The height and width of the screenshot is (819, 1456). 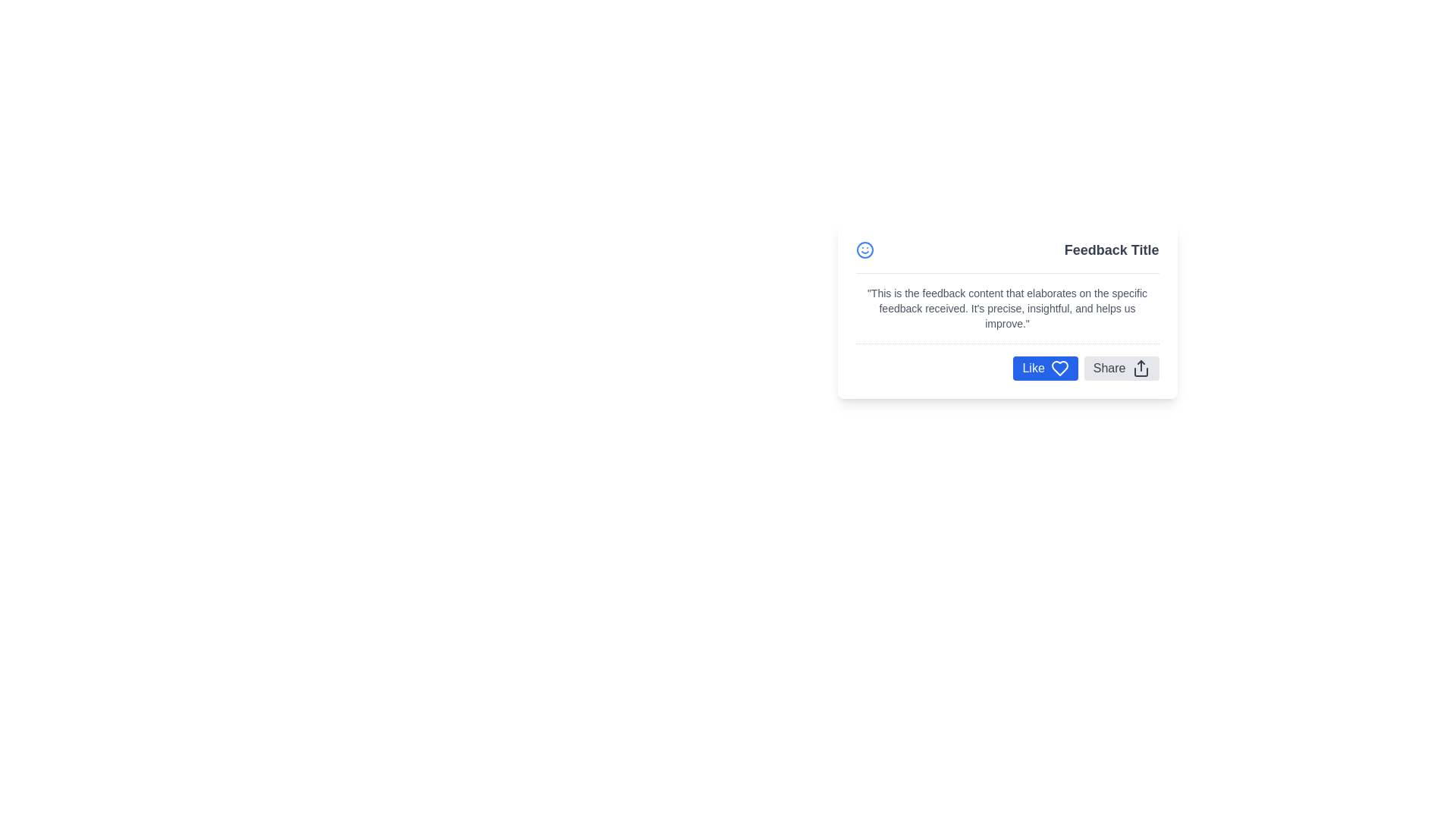 I want to click on the heart-shaped icon with a blue outline located to the right of the text 'Like' within the 'Like' button in the bottom-right portion of the feedback card, so click(x=1059, y=369).